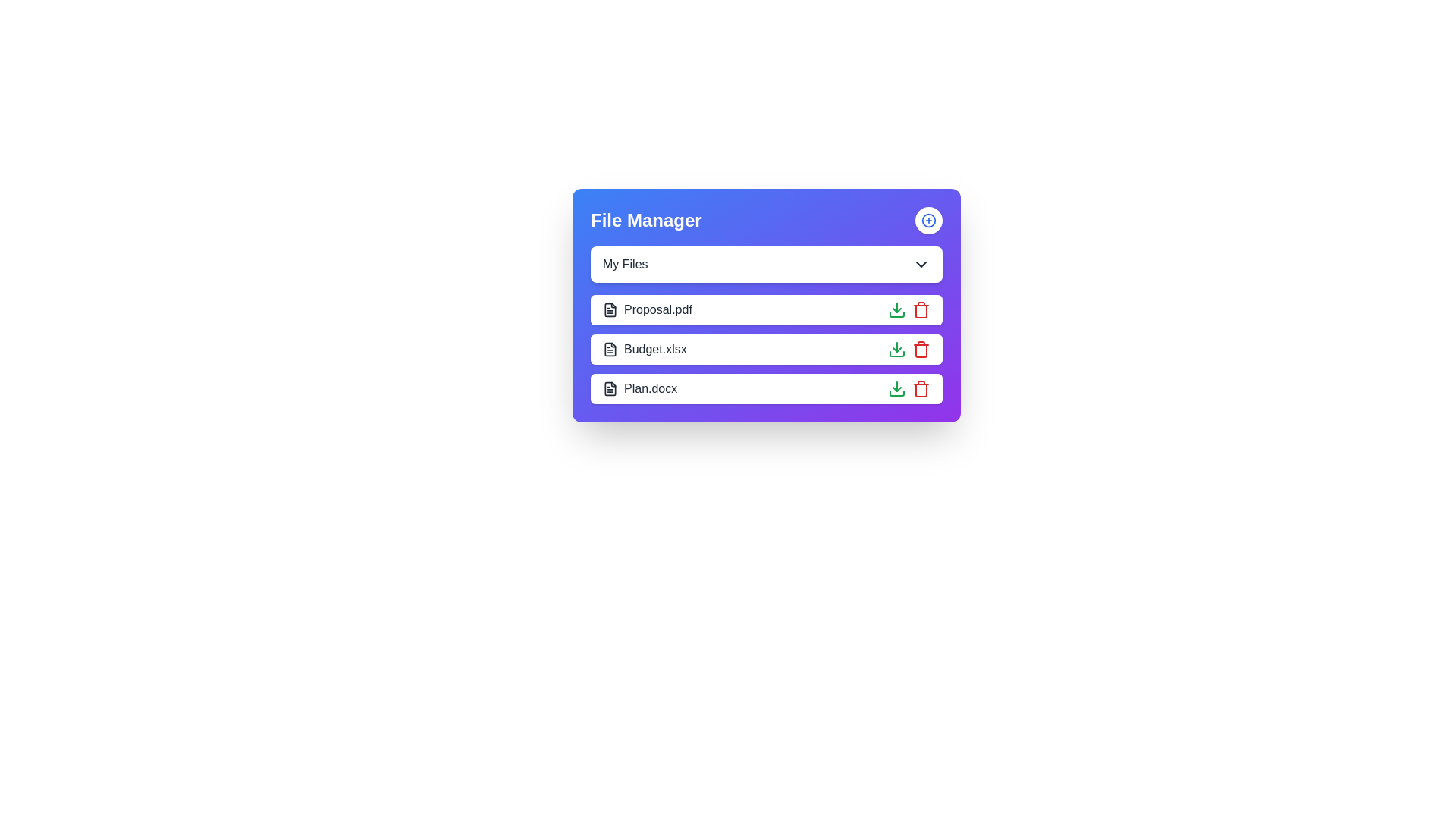 This screenshot has width=1456, height=819. What do you see at coordinates (896, 350) in the screenshot?
I see `the green download arrow icon button located to the right of 'Budget.xlsx' to initiate a file download` at bounding box center [896, 350].